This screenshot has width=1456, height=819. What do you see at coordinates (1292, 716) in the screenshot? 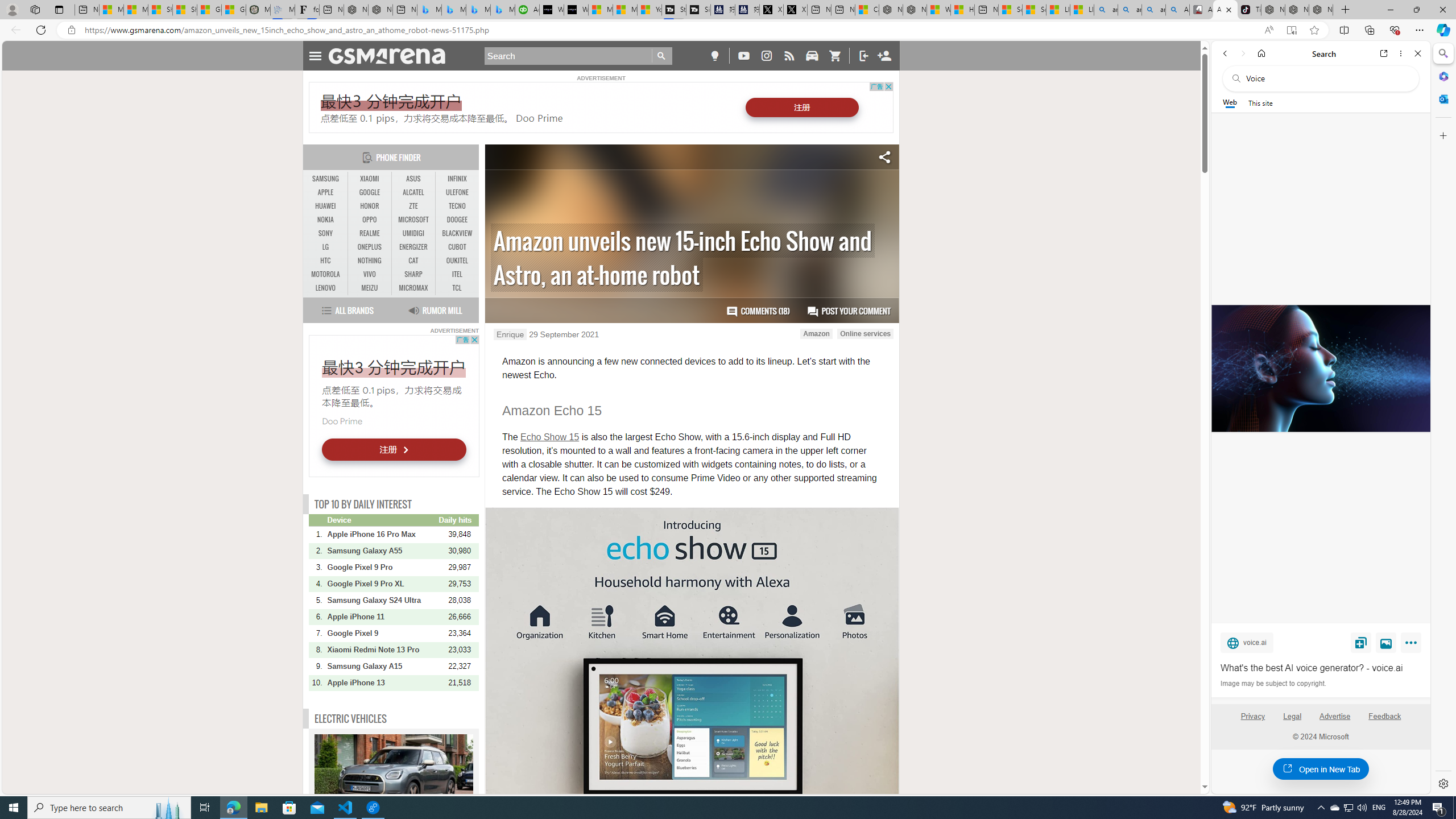
I see `'Legal'` at bounding box center [1292, 716].